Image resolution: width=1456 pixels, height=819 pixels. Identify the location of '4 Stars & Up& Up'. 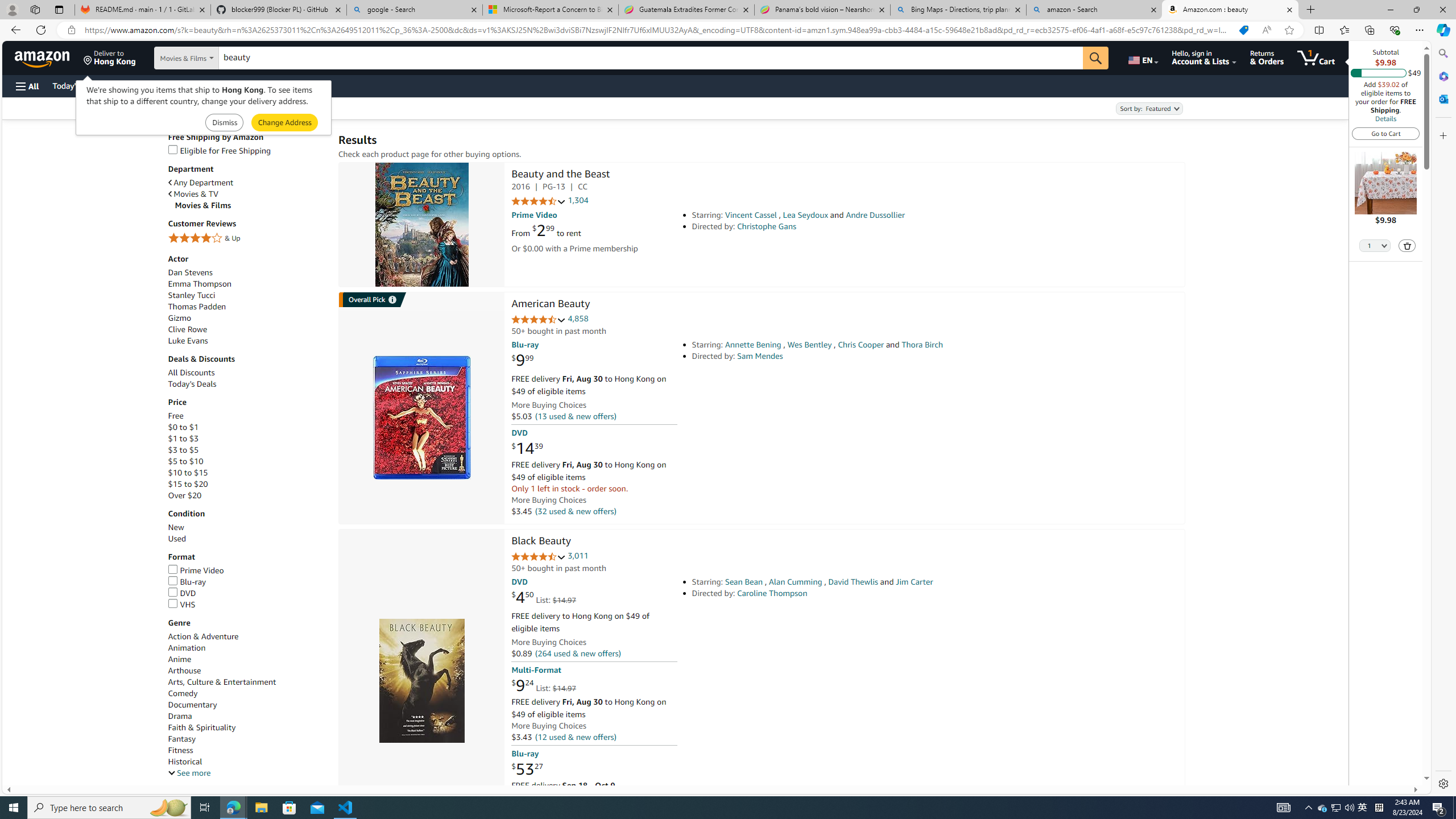
(247, 239).